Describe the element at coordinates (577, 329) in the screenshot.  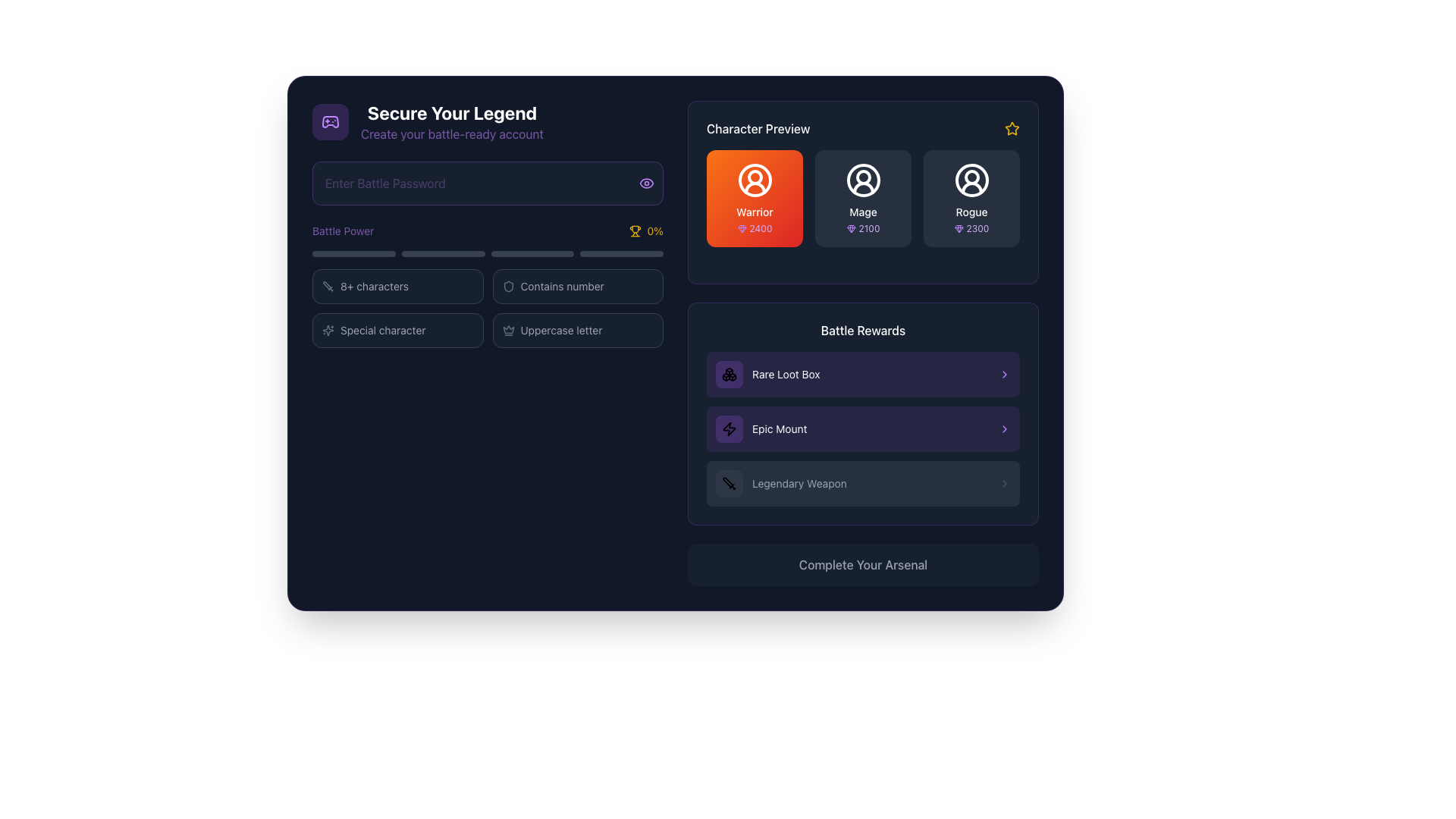
I see `the Indicator box with a dark gray background and crown icon, which contains the text 'Uppercase letter'. This box is the fourth in a grid of four, positioned in the second row and second column, to the right of the 'Special character' box and below the 'Contains number' box` at that location.